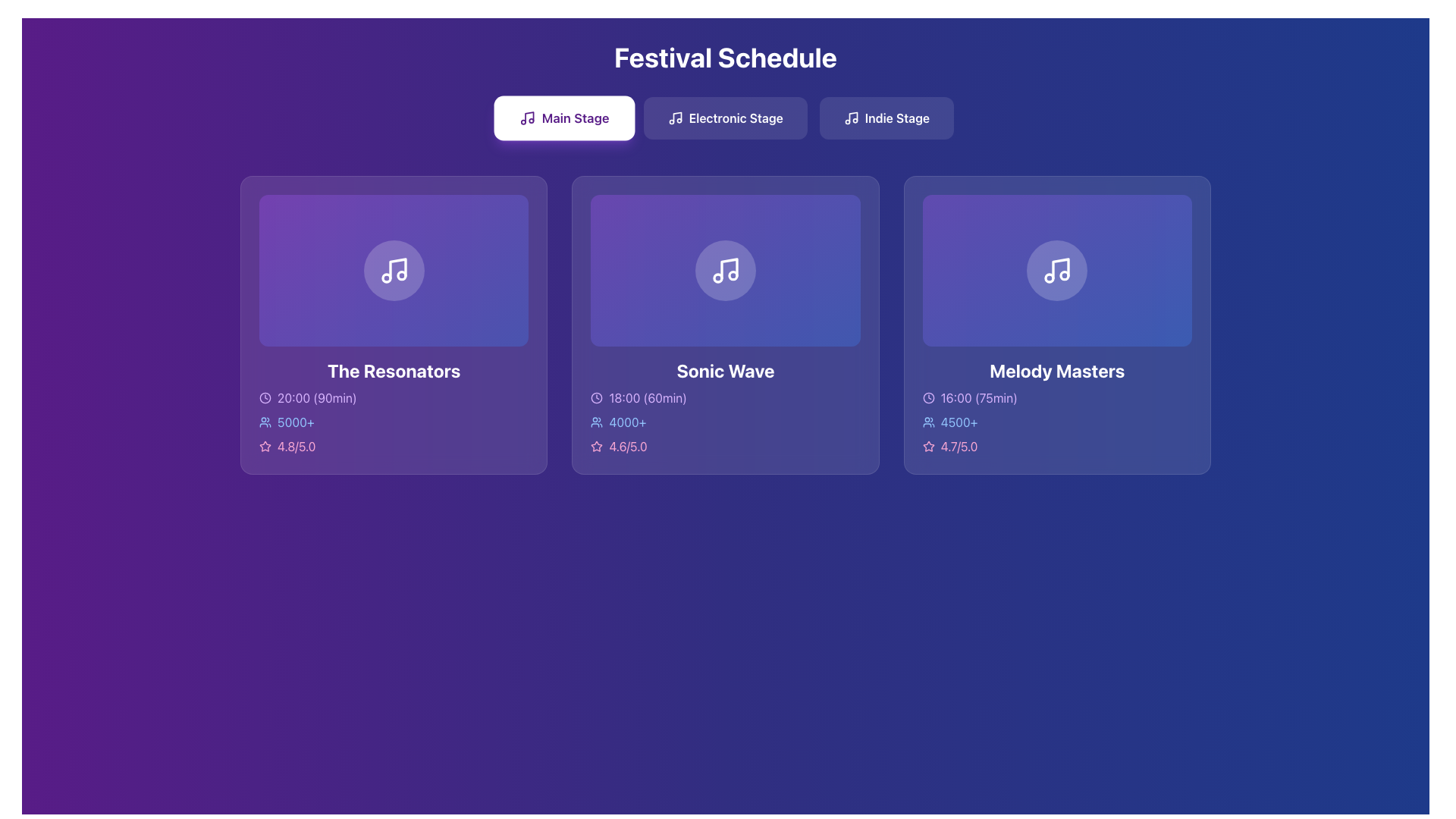 The height and width of the screenshot is (819, 1456). I want to click on the rectangular card with a gradient background and a white music note icon at its center within the 'Melody Masters' card in the 'Festival Schedule' interface, so click(1056, 269).